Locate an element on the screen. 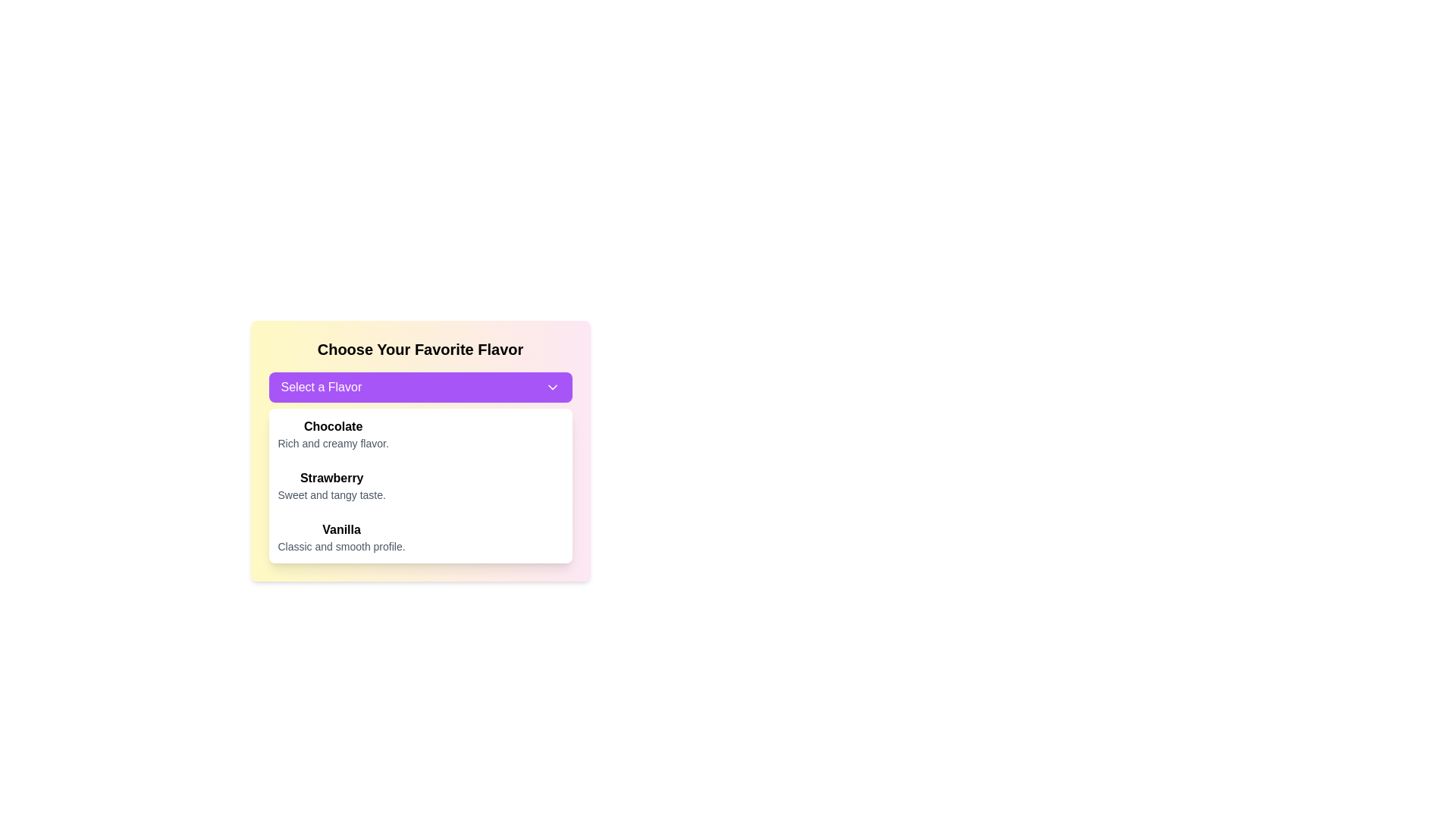  the first list item labeled 'Chocolate' is located at coordinates (420, 435).